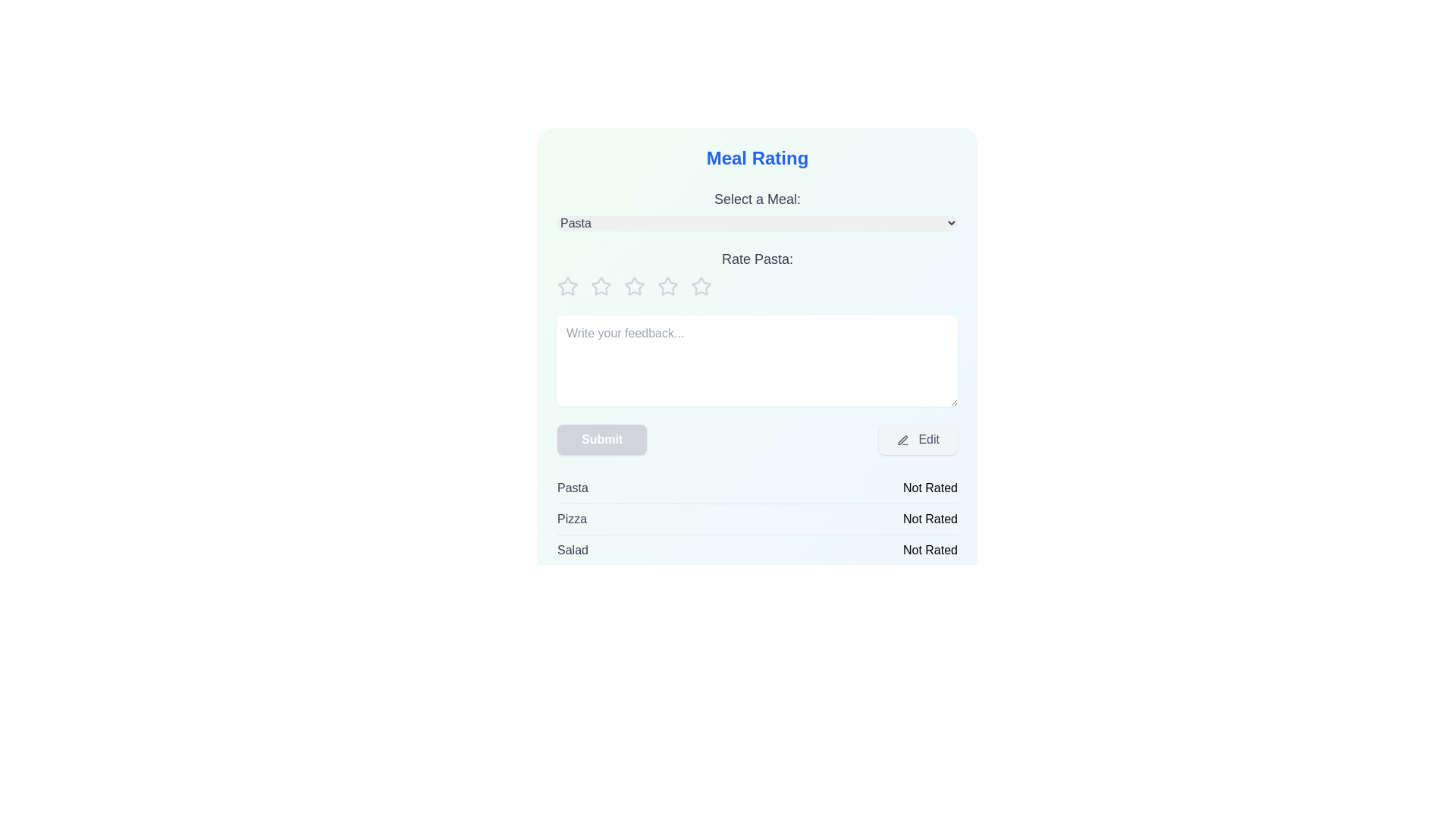 The width and height of the screenshot is (1456, 819). What do you see at coordinates (667, 286) in the screenshot?
I see `on the second star icon in the 'Rate Pasta' subsection` at bounding box center [667, 286].